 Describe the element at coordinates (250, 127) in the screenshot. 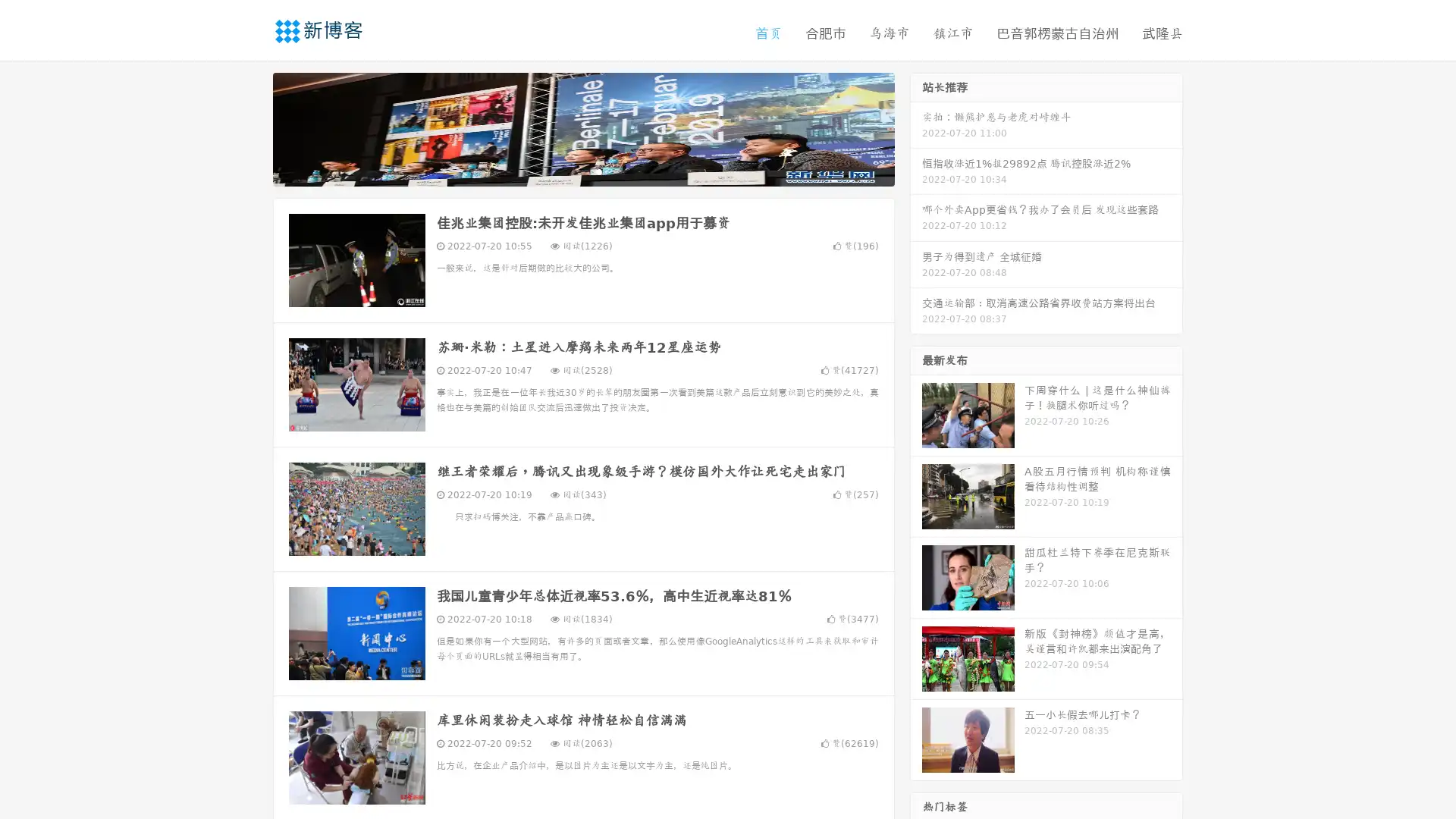

I see `Previous slide` at that location.